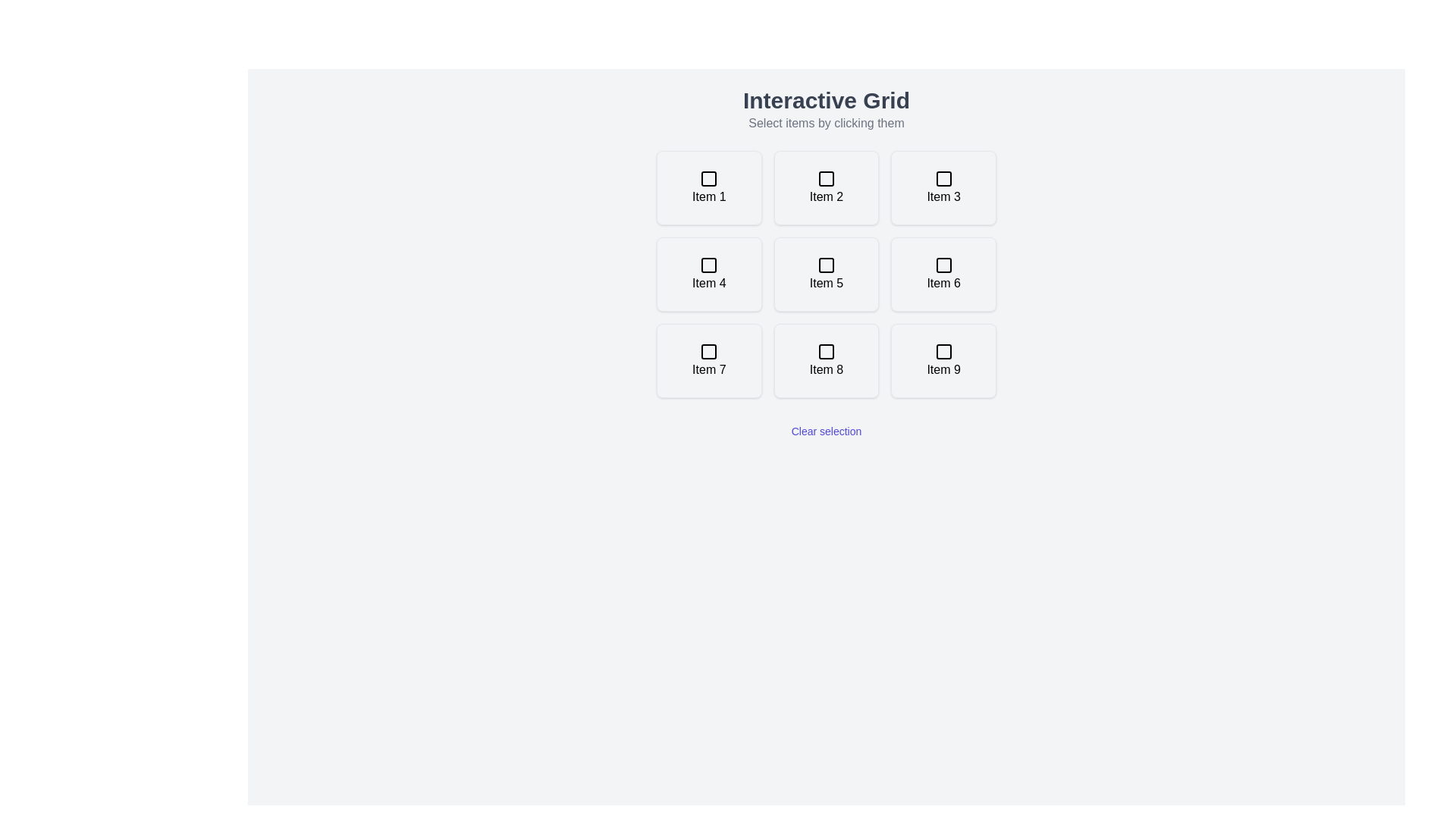 The height and width of the screenshot is (819, 1456). Describe the element at coordinates (943, 275) in the screenshot. I see `the button that allows users` at that location.